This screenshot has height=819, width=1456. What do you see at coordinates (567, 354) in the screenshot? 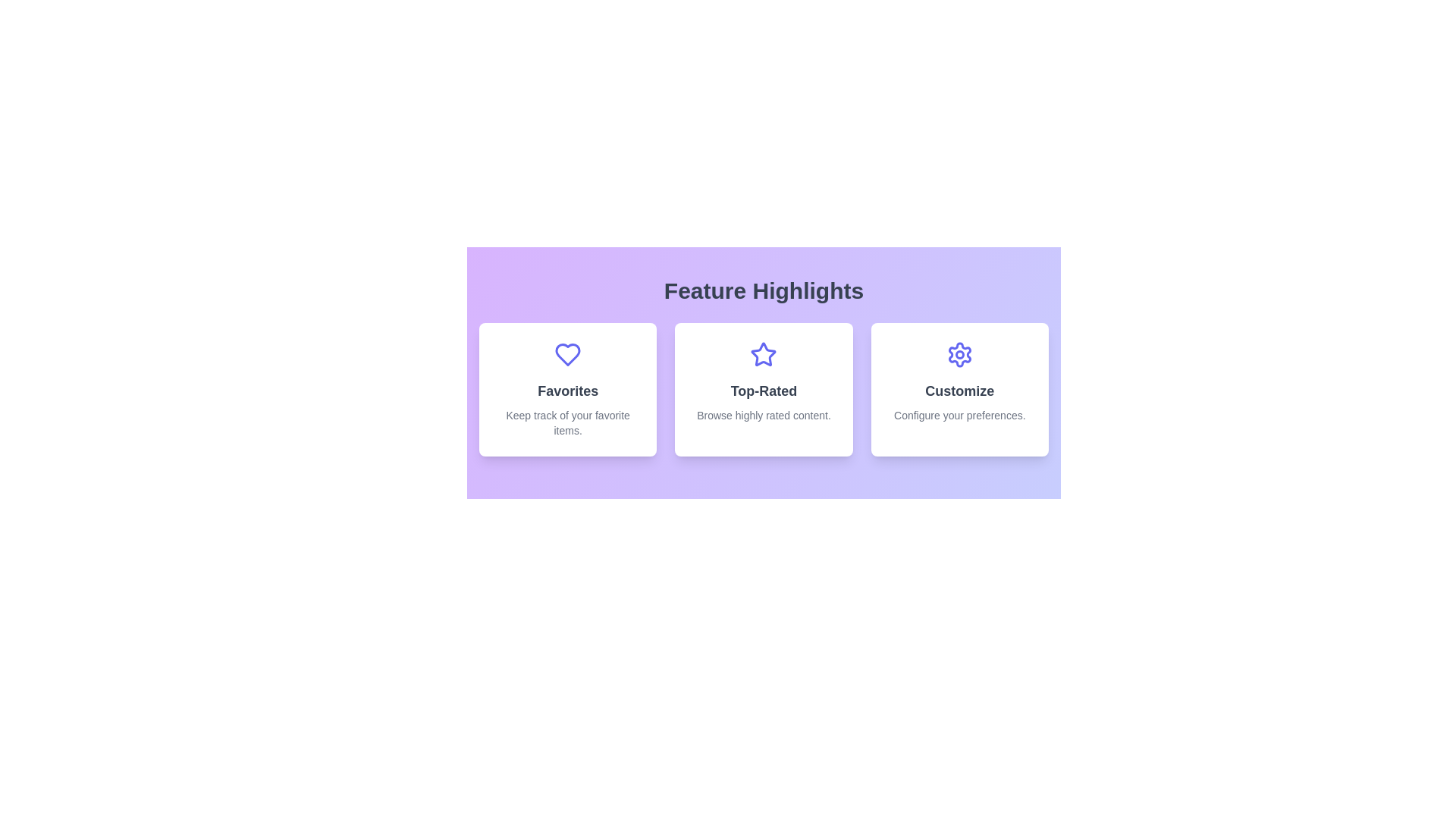
I see `the 'favorites' icon located within the first card of the 'Favorites' section to interact with the saved items feature` at bounding box center [567, 354].